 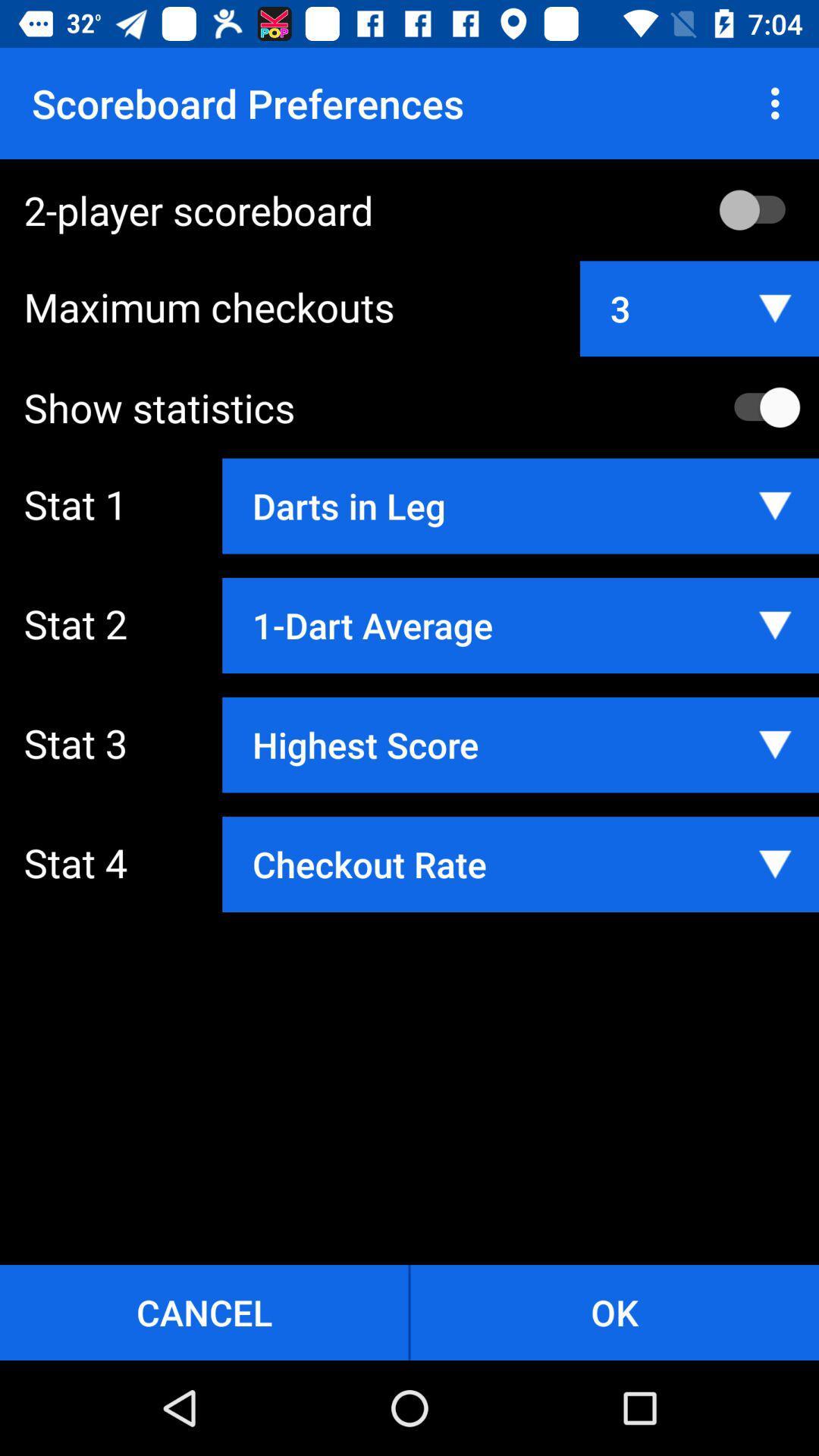 I want to click on the item at the bottom left corner, so click(x=203, y=1312).